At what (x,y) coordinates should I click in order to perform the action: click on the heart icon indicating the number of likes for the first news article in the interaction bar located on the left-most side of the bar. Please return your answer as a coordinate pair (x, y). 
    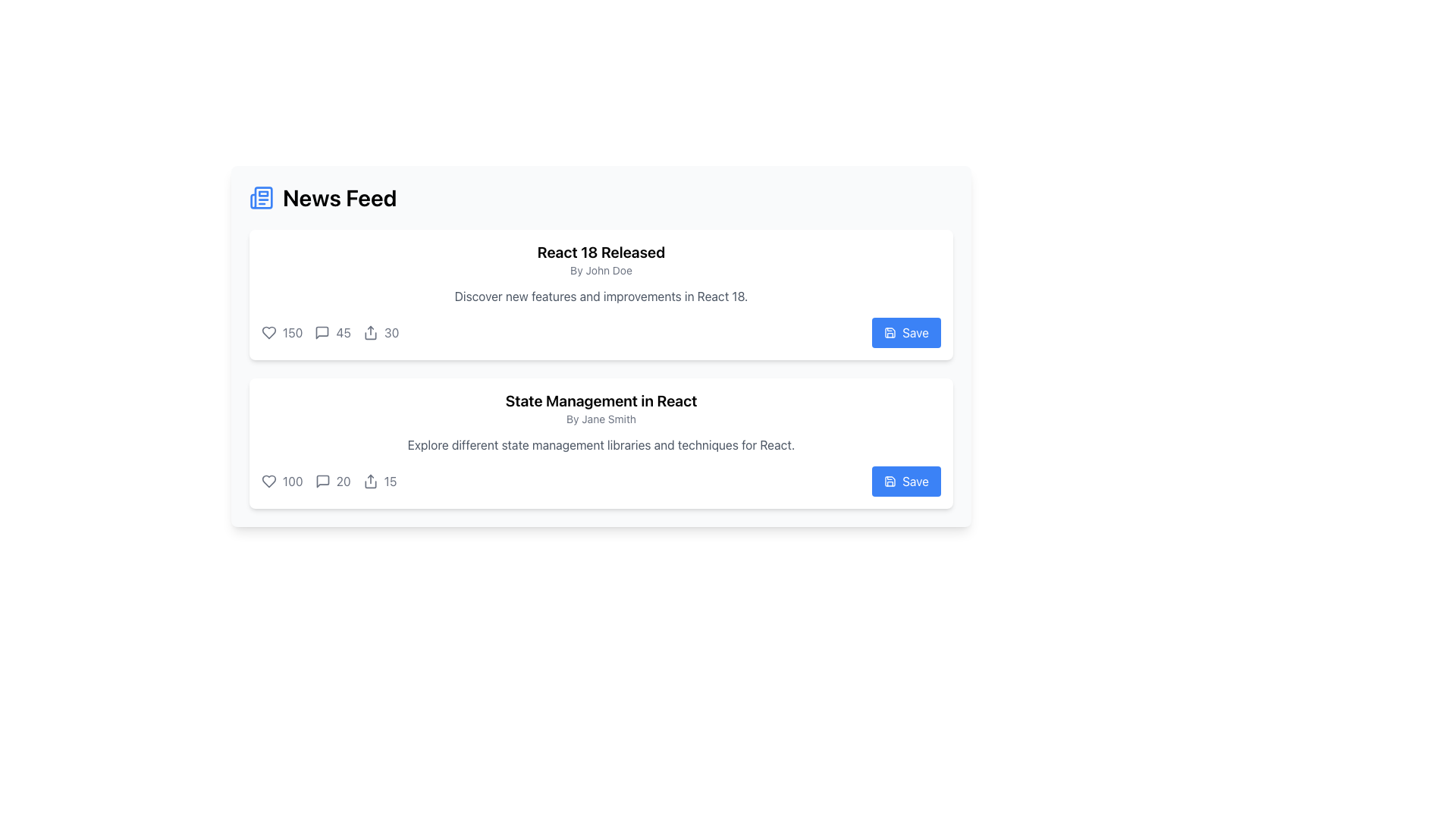
    Looking at the image, I should click on (282, 332).